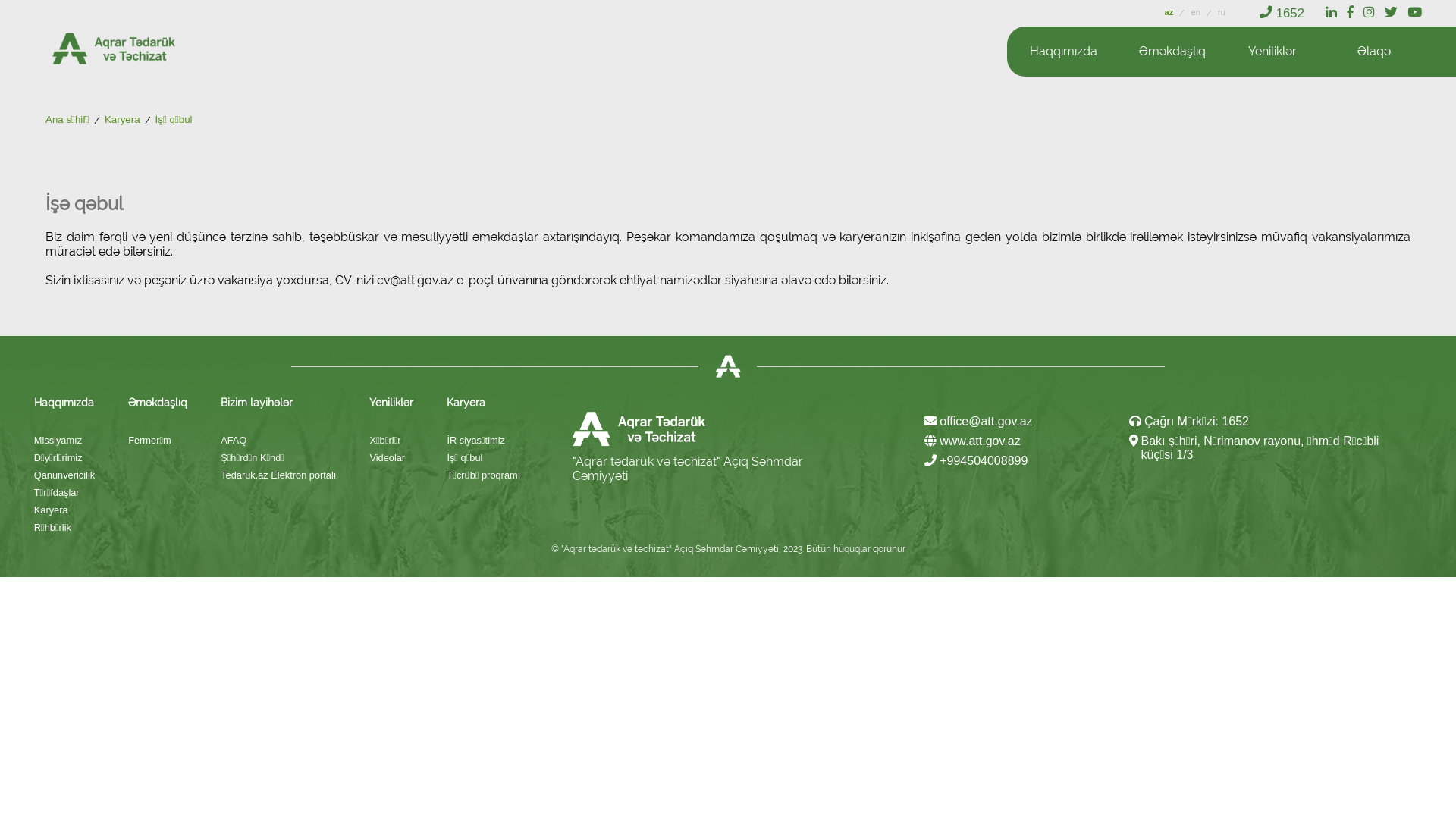 This screenshot has width=1456, height=819. What do you see at coordinates (64, 474) in the screenshot?
I see `'Qanunvericilik'` at bounding box center [64, 474].